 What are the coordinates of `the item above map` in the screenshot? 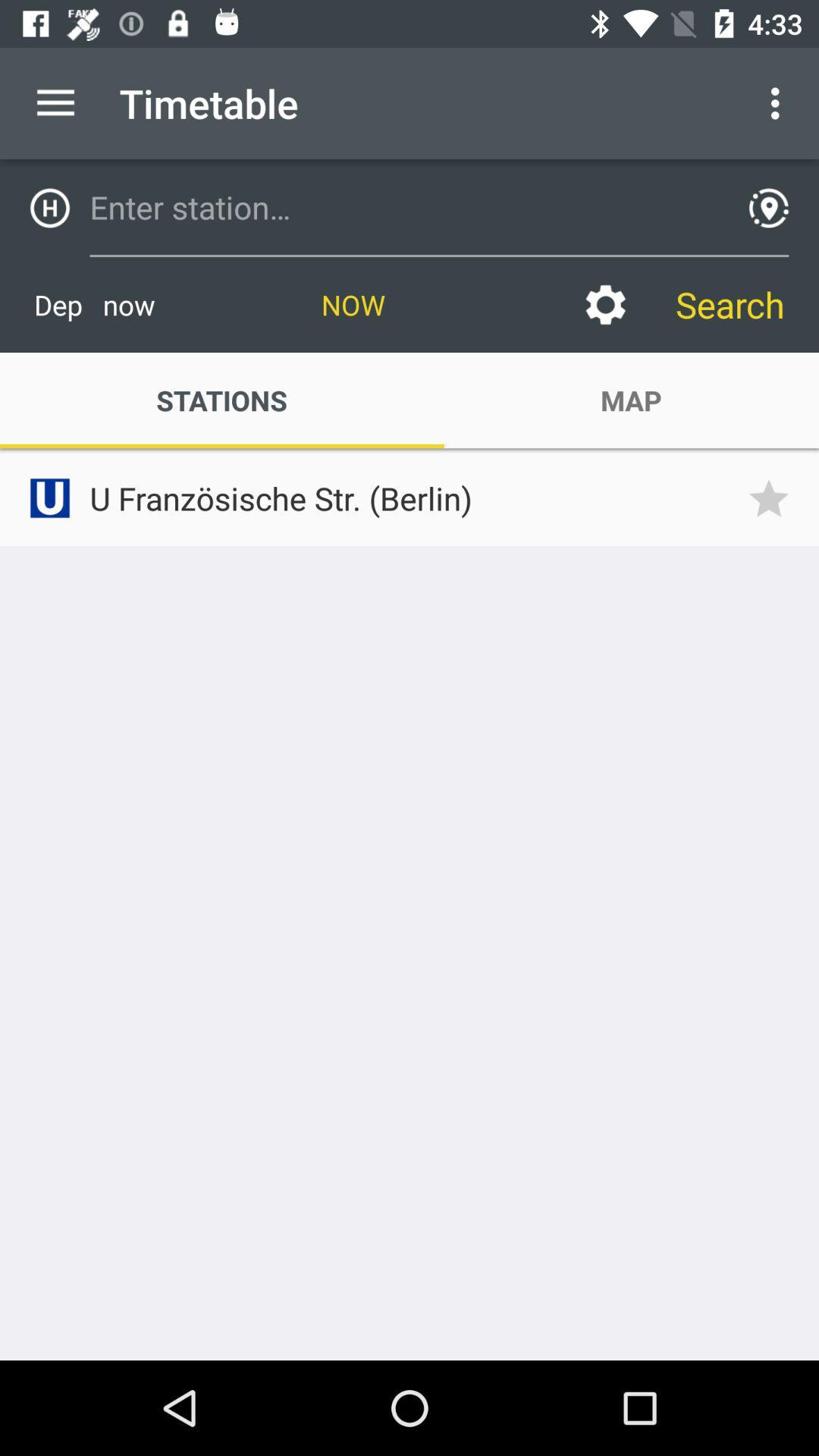 It's located at (604, 304).